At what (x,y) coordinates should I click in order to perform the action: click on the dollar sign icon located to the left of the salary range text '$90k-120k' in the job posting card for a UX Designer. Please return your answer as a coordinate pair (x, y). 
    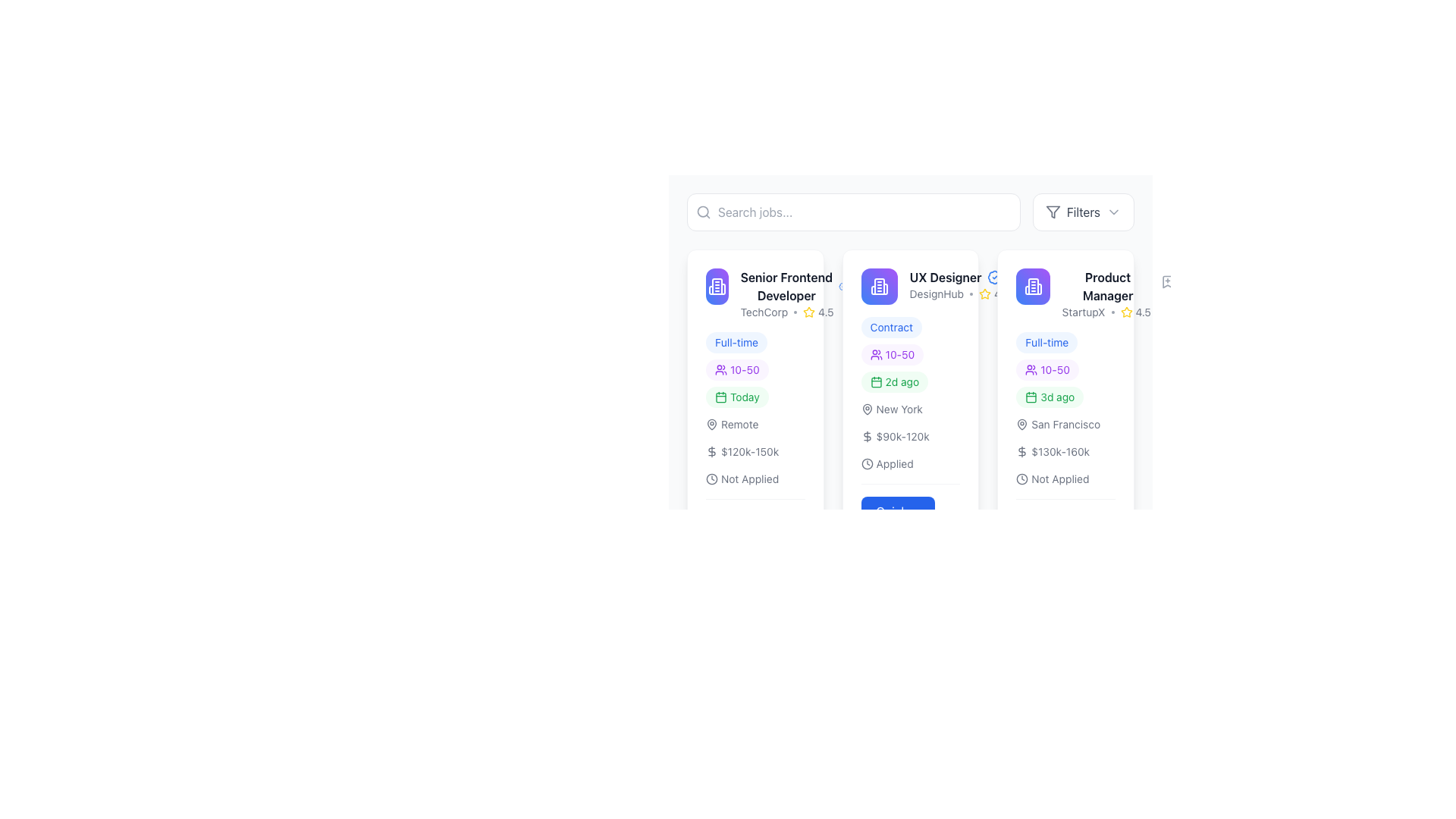
    Looking at the image, I should click on (867, 436).